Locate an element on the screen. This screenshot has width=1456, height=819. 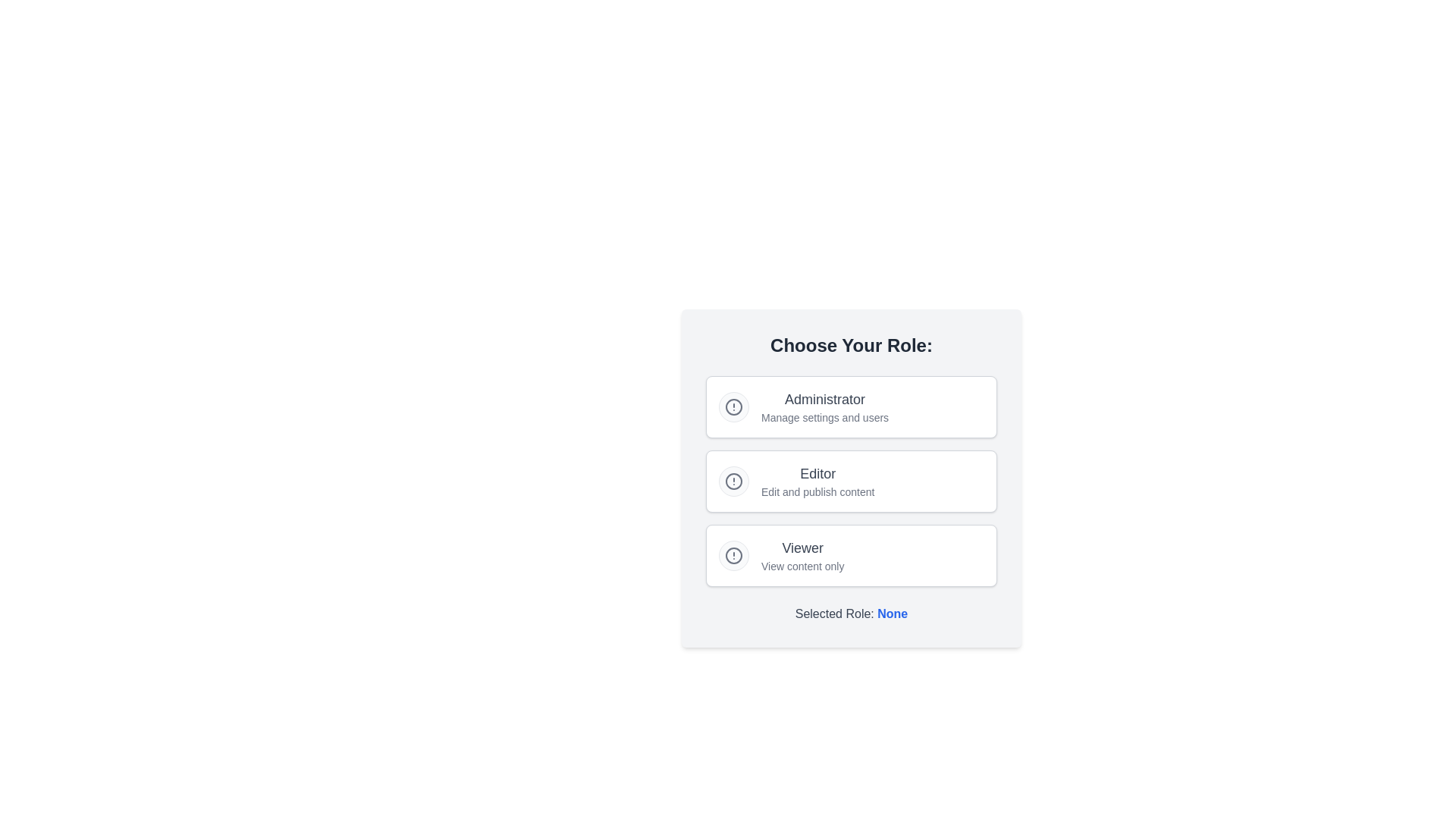
the static text that reads 'Manage settings and users', which is located directly below the bold title 'Administrator' in the card layout is located at coordinates (824, 418).